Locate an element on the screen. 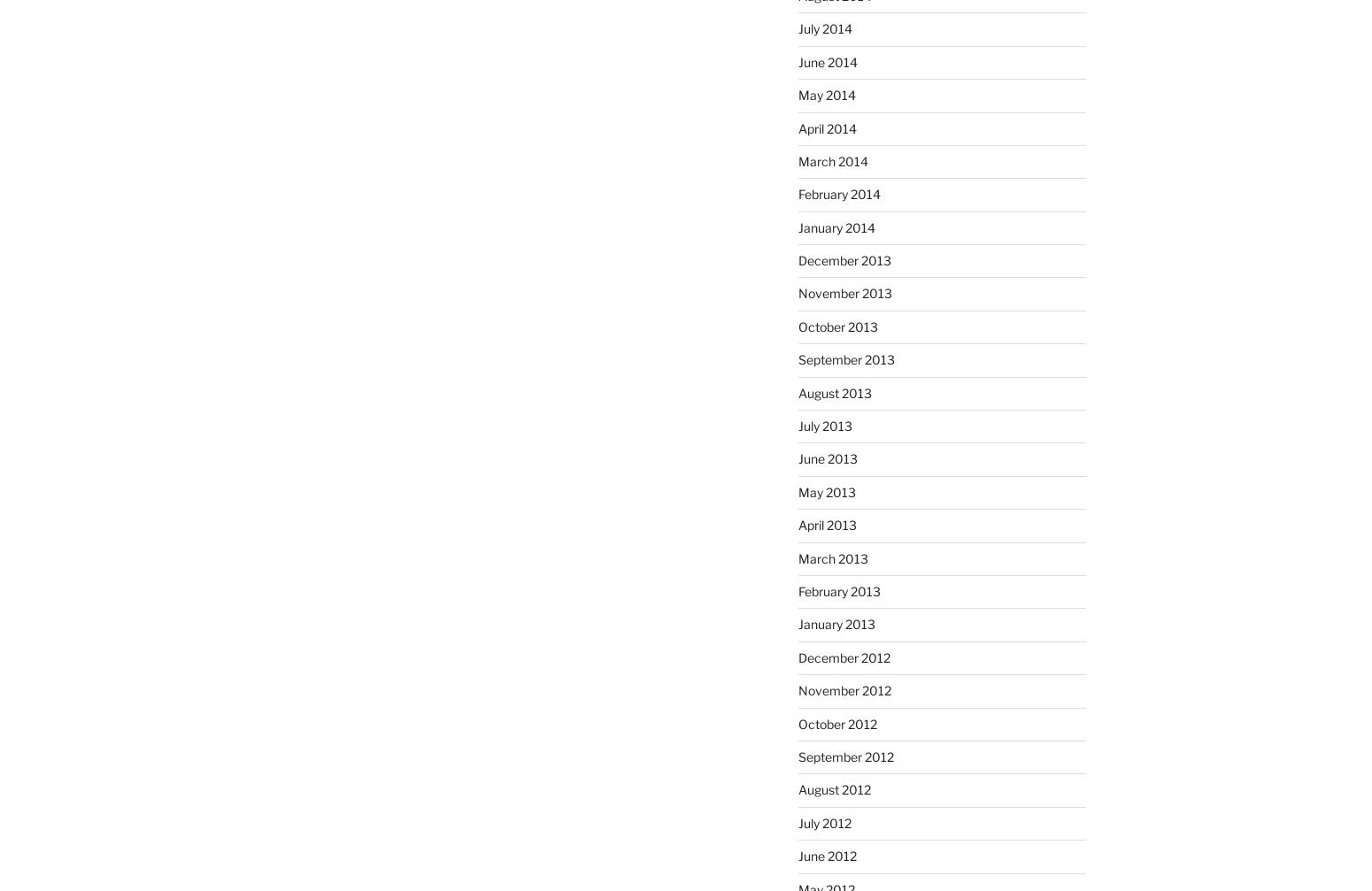 This screenshot has width=1372, height=891. 'May 2013' is located at coordinates (825, 490).